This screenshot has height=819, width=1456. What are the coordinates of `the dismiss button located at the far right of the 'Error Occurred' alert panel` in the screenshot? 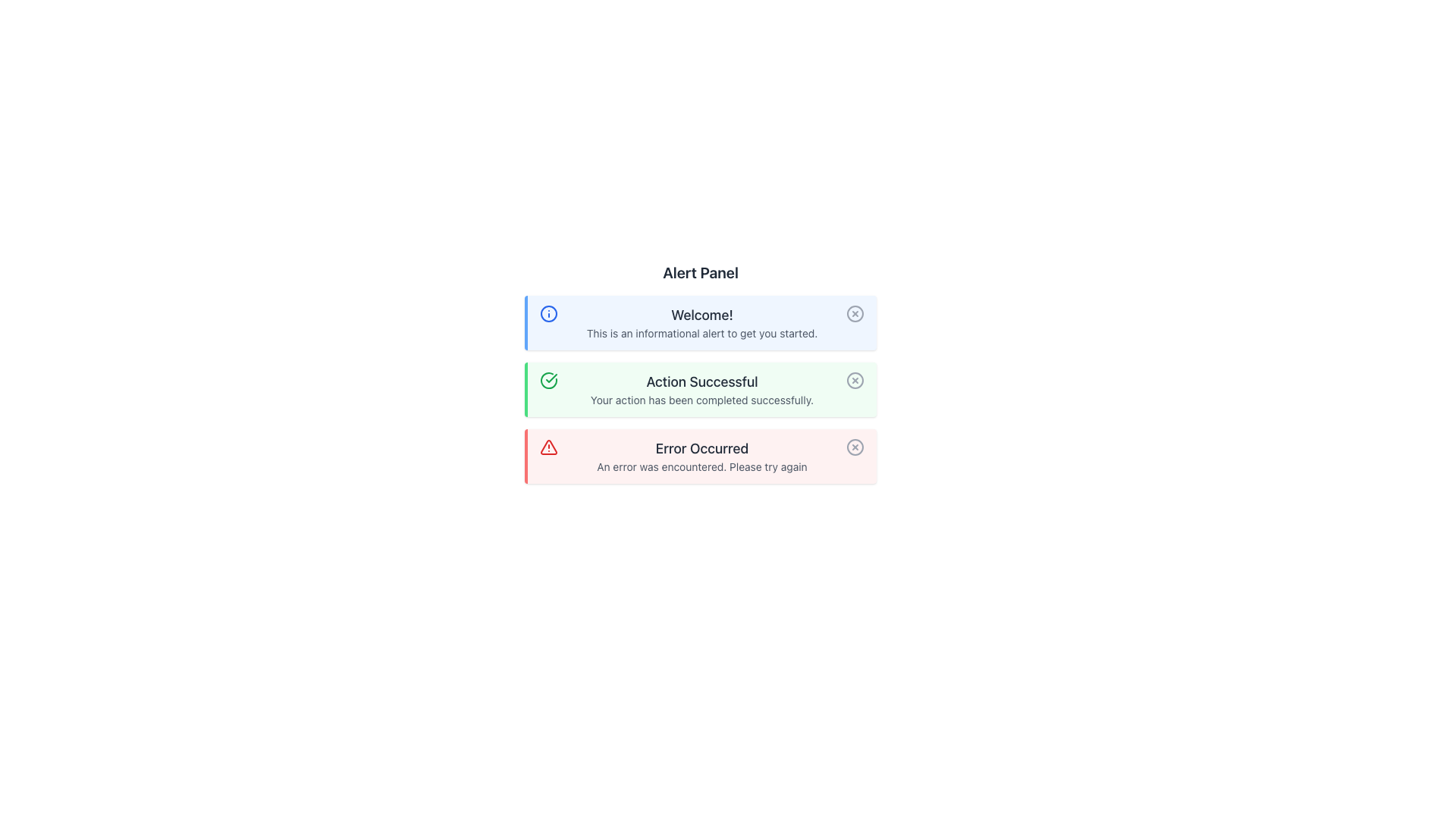 It's located at (855, 447).